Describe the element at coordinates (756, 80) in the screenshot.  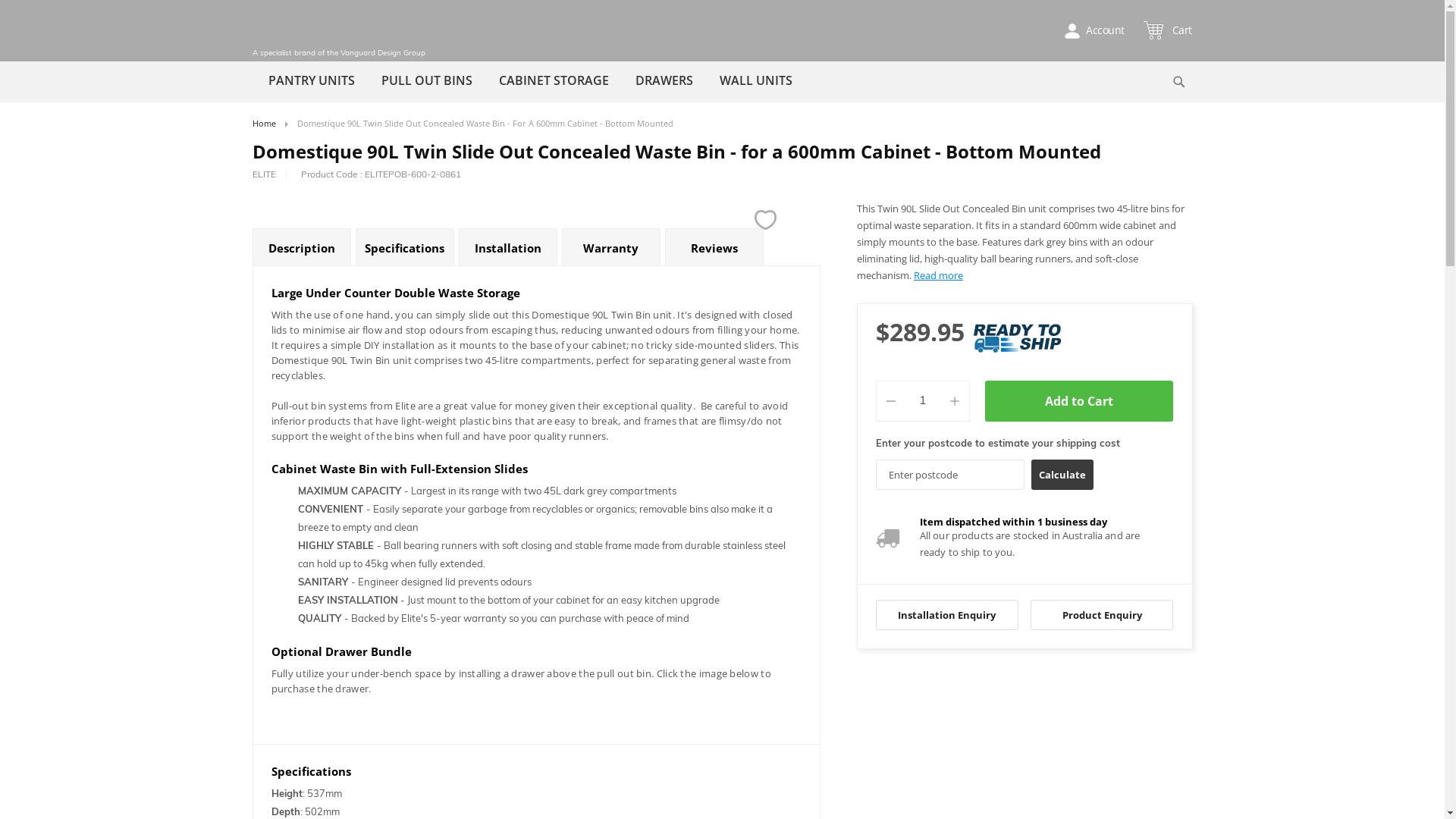
I see `'WALL UNITS'` at that location.